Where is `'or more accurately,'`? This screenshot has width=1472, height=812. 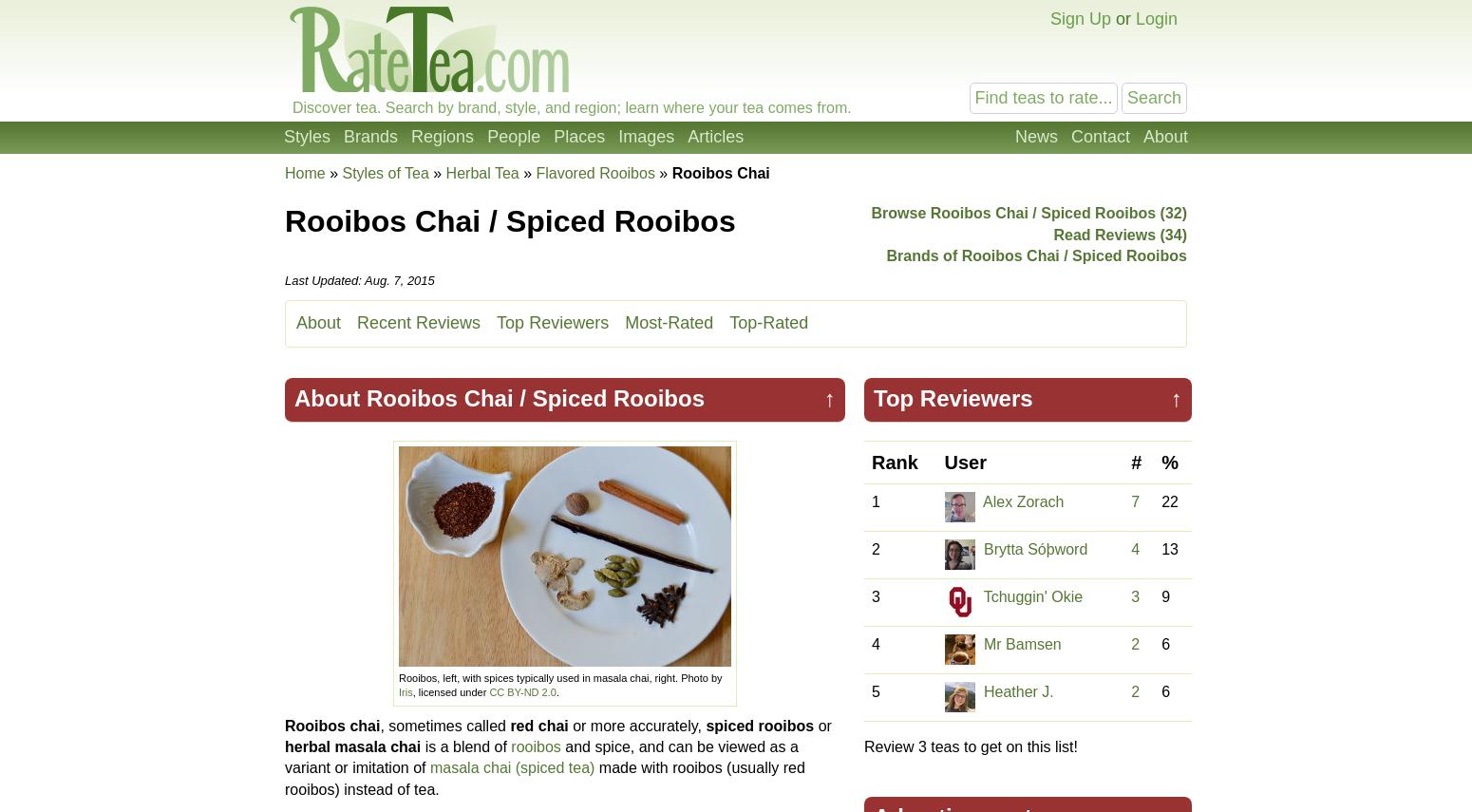 'or more accurately,' is located at coordinates (635, 724).